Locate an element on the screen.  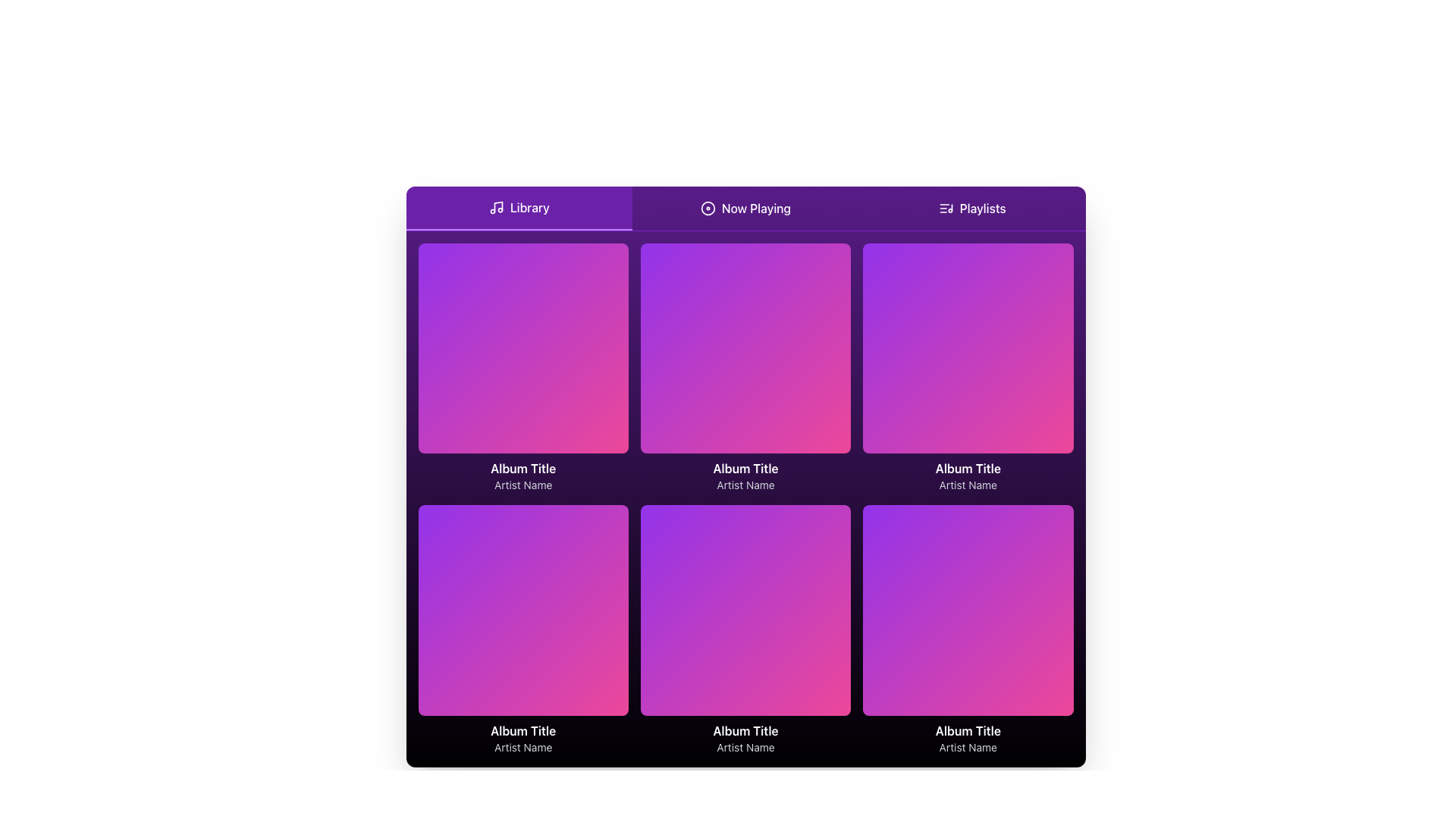
text displayed in the Text Block that shows the name and artist of the album, located in the bottom-center area of the first square in the second row of the grid layout is located at coordinates (523, 475).